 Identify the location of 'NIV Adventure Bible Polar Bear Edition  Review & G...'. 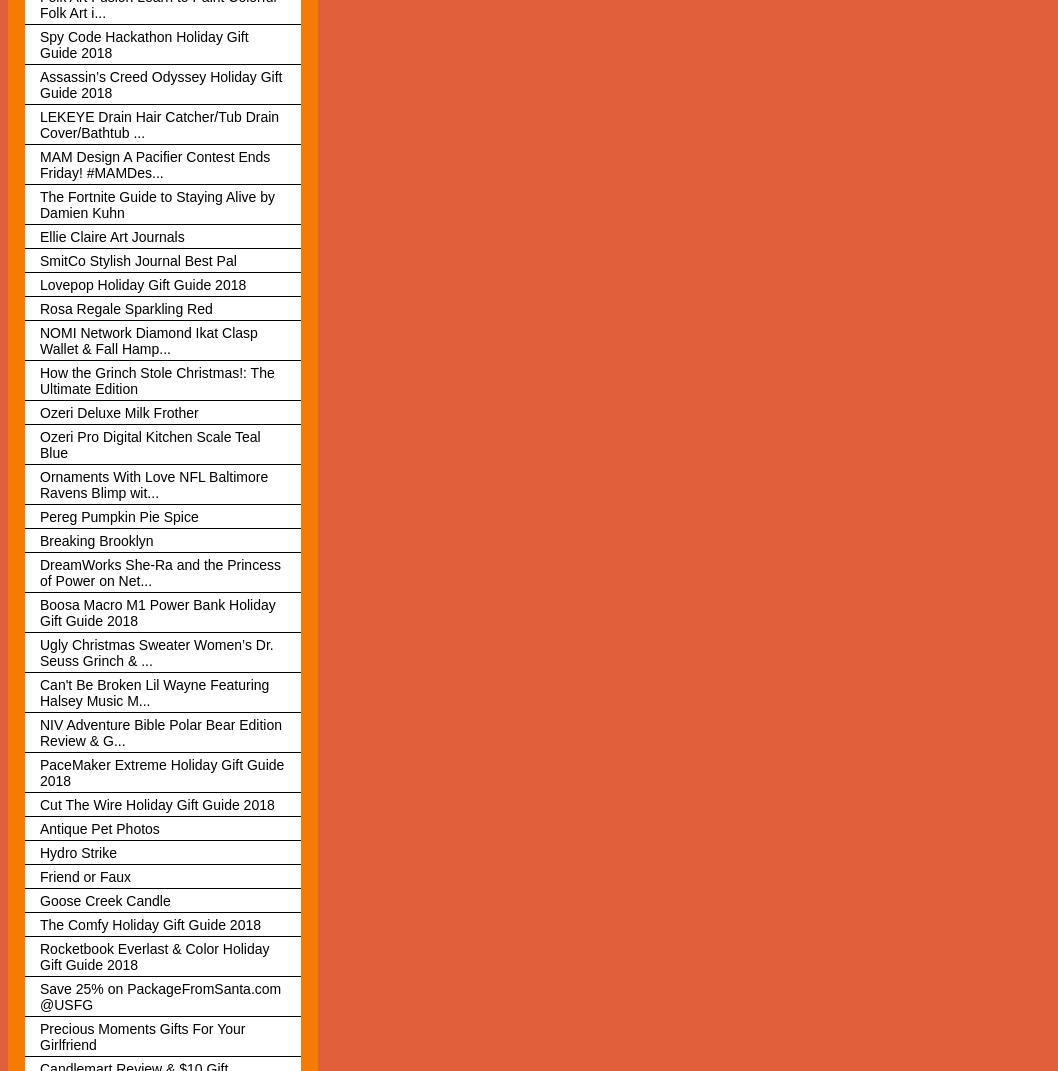
(160, 732).